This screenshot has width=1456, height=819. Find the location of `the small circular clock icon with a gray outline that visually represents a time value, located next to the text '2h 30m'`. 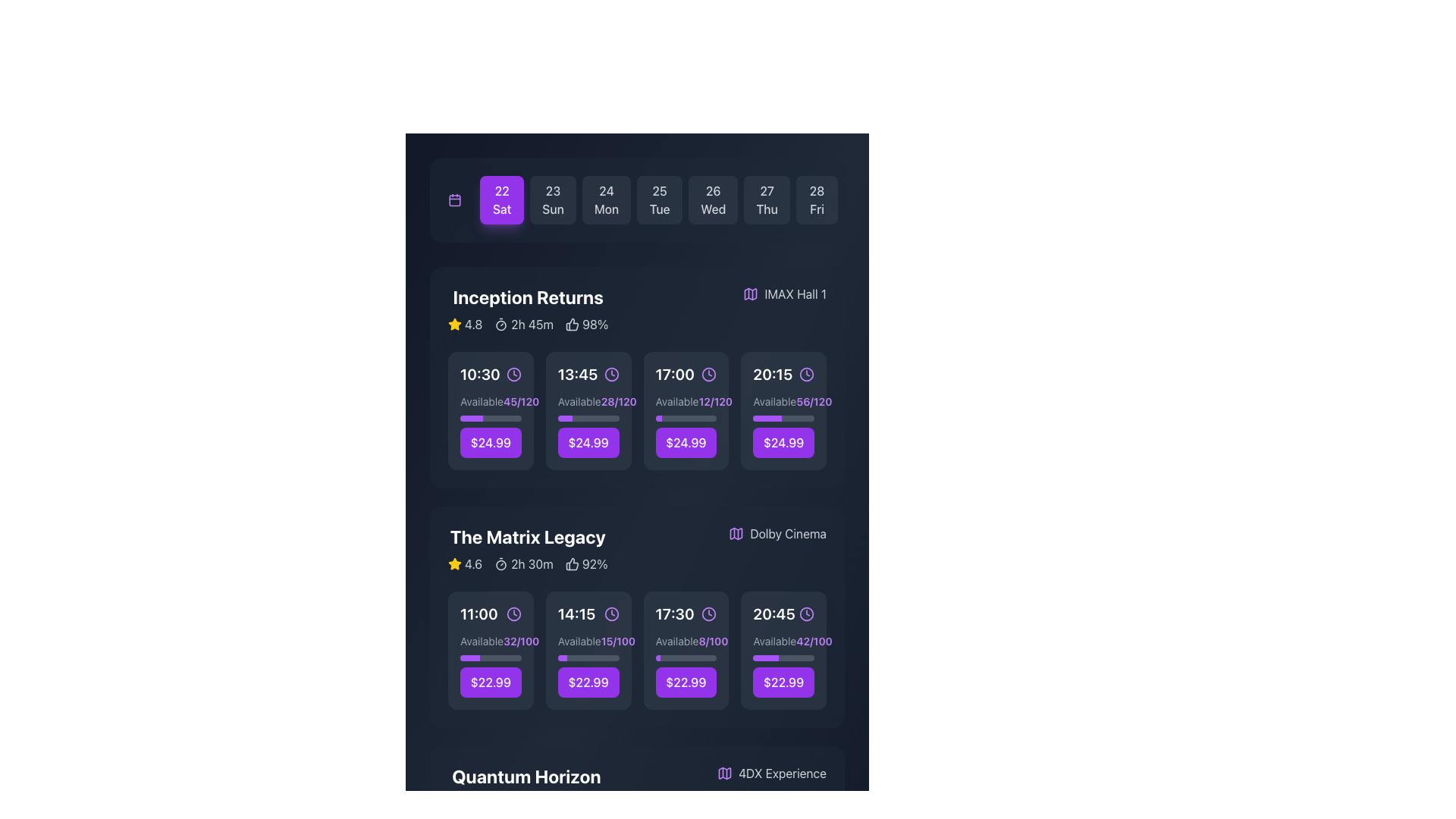

the small circular clock icon with a gray outline that visually represents a time value, located next to the text '2h 30m' is located at coordinates (501, 564).